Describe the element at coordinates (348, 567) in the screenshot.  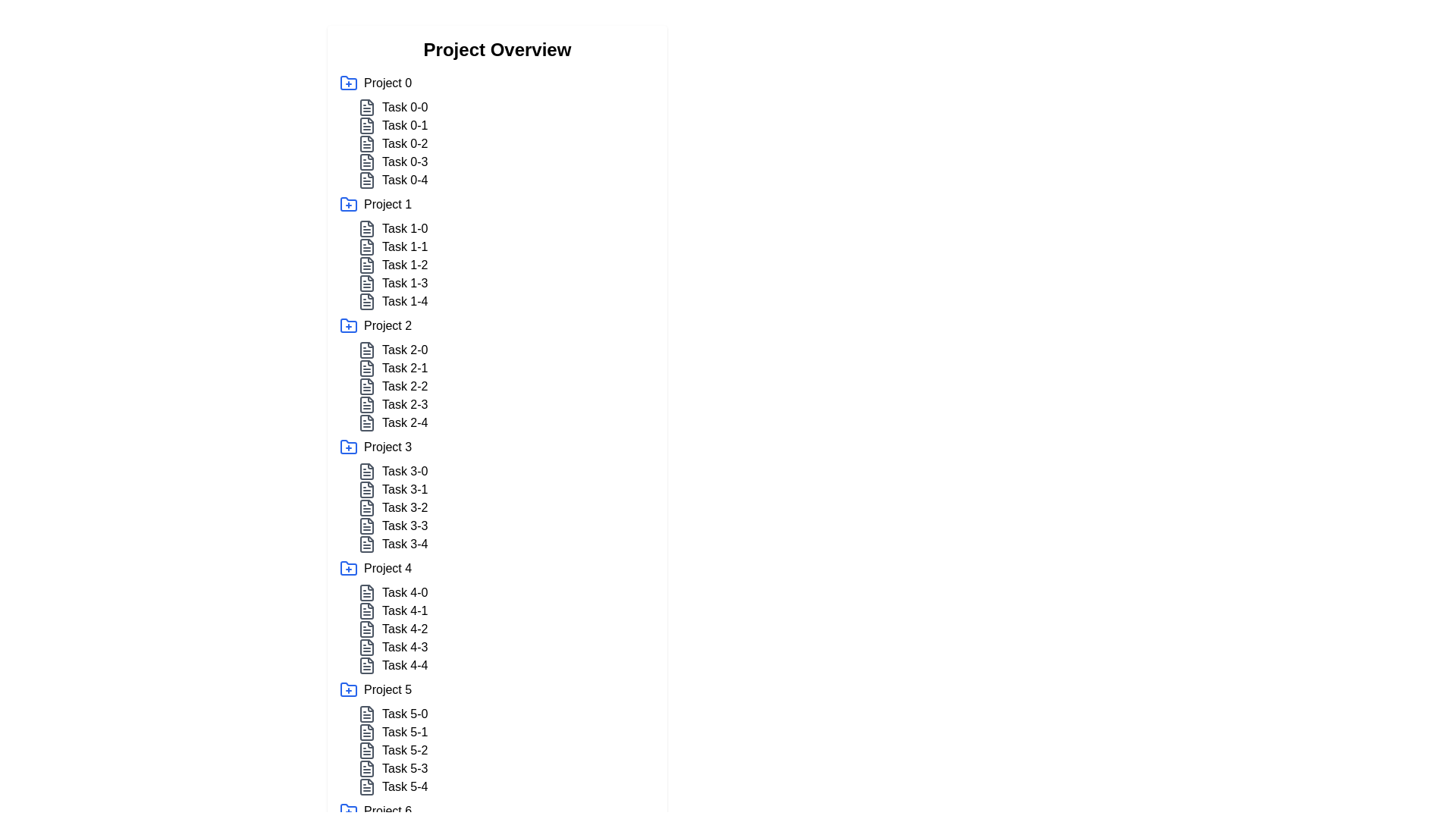
I see `the folder icon with a plus sign that visually represents 'Project 4', located to the left of the 'Project 4' label` at that location.